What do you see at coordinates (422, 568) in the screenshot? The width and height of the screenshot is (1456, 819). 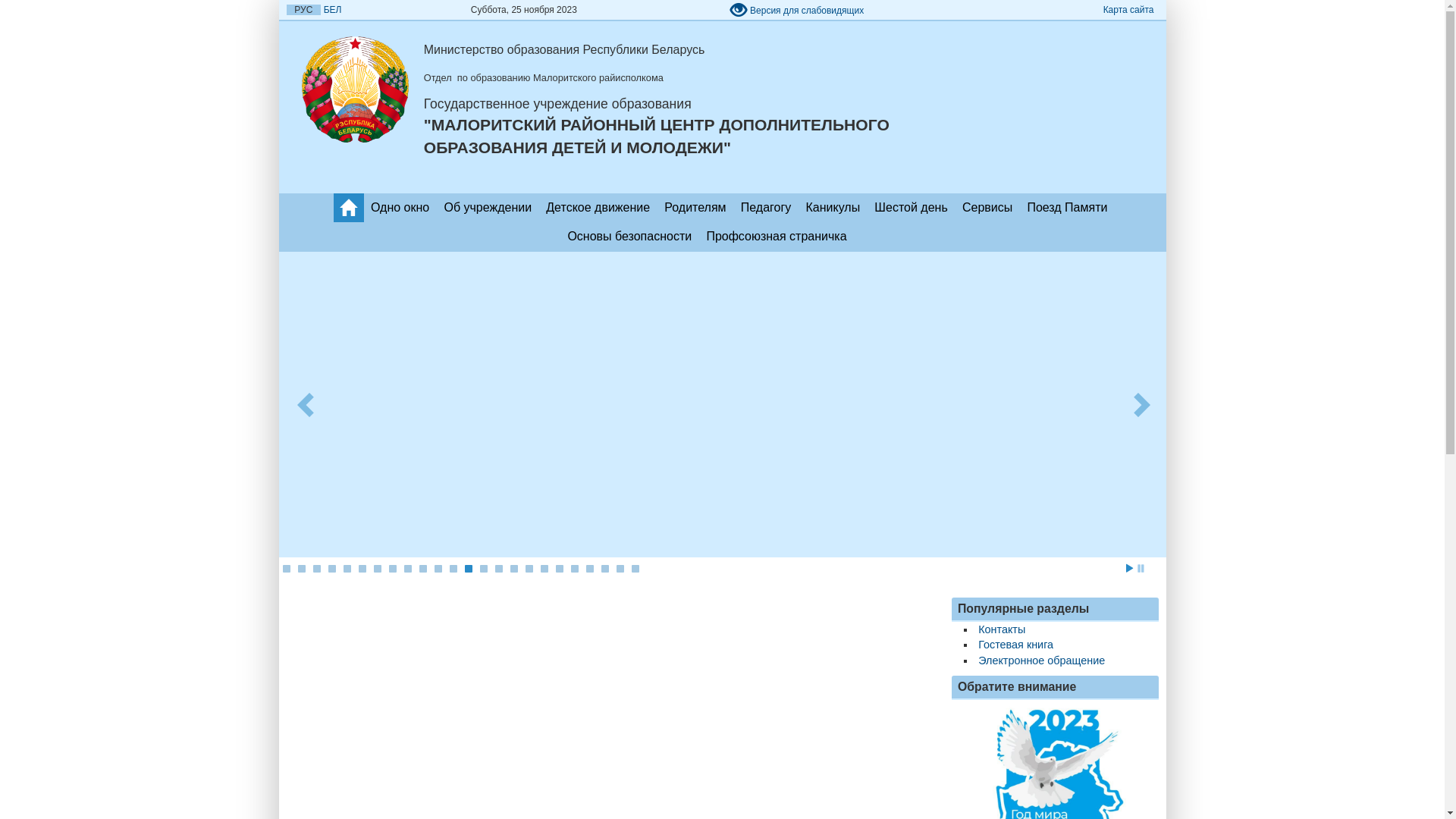 I see `'10'` at bounding box center [422, 568].